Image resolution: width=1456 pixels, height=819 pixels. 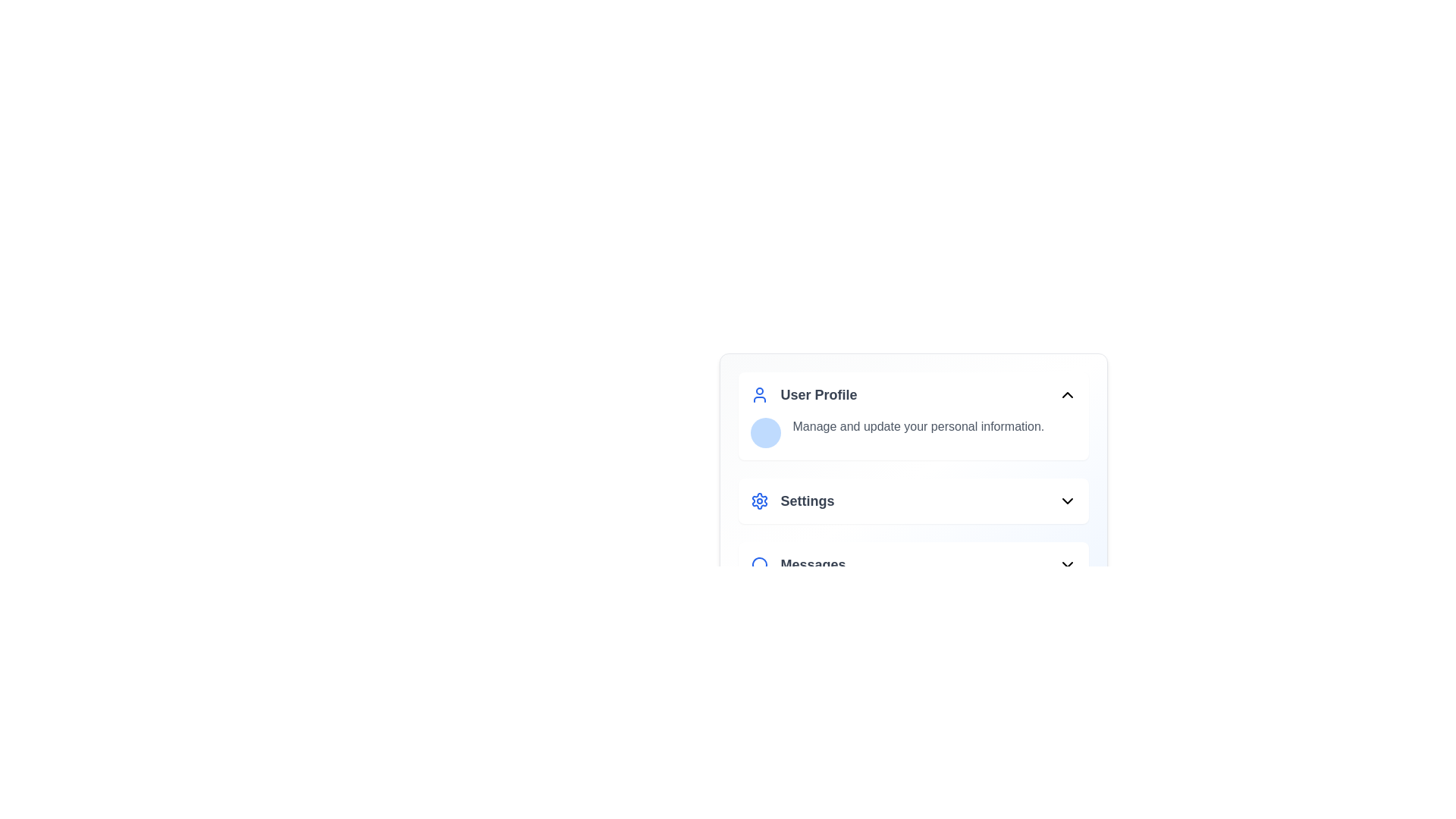 I want to click on the static text explaining the 'User Profile' section, located directly below the title of the same section, so click(x=912, y=432).